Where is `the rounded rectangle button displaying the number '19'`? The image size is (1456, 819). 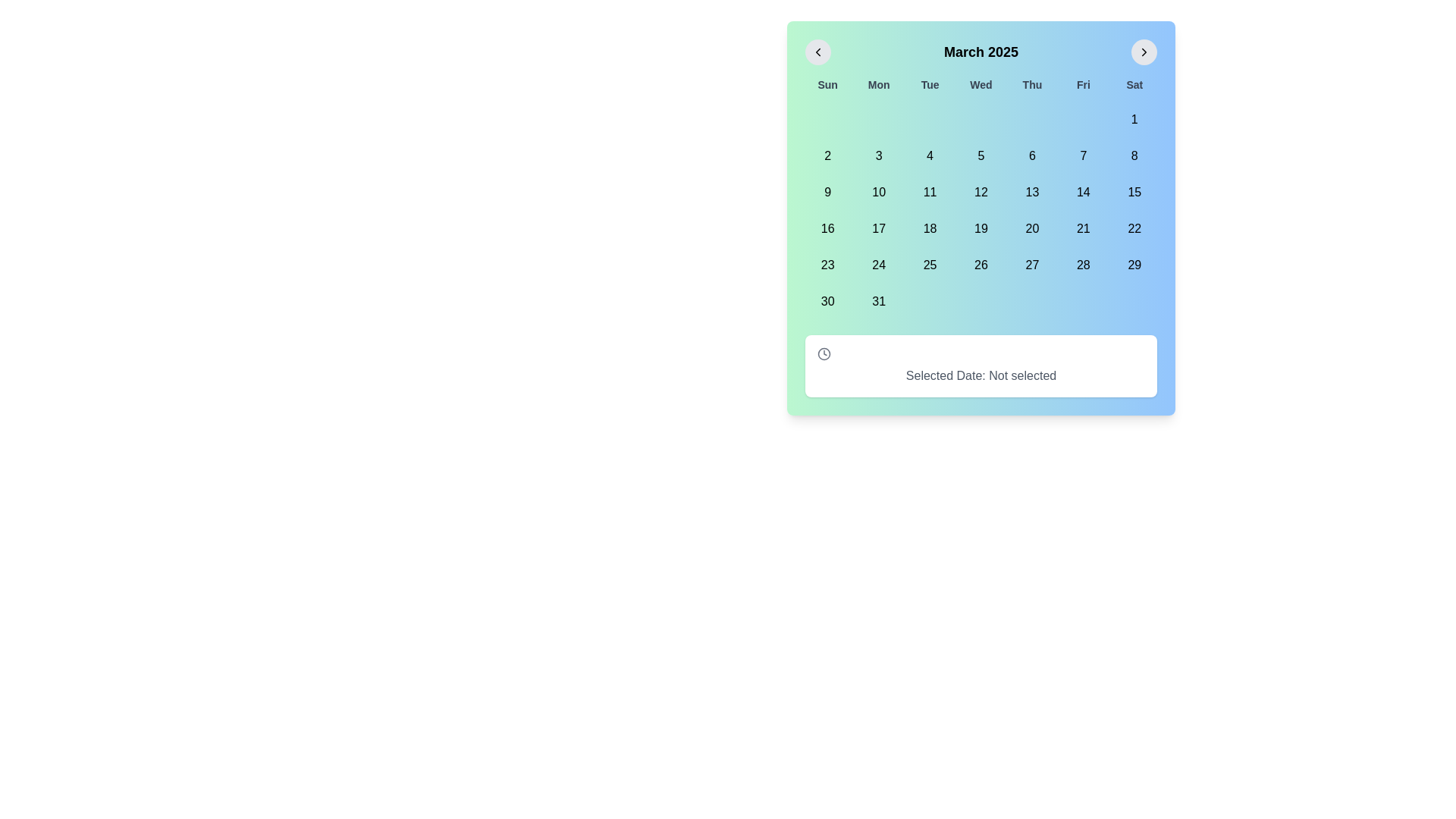 the rounded rectangle button displaying the number '19' is located at coordinates (981, 228).